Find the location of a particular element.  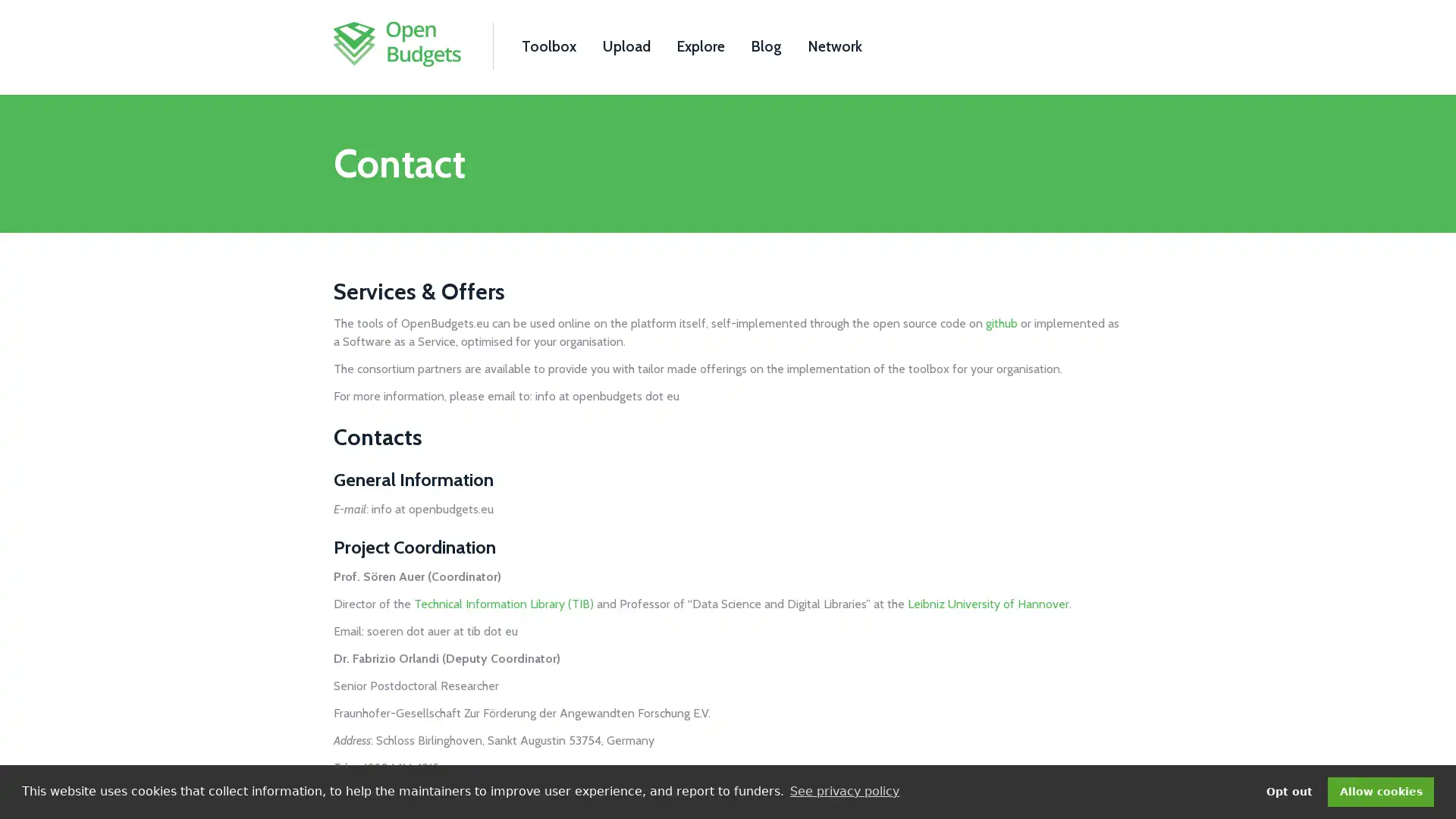

deny cookies is located at coordinates (1288, 791).